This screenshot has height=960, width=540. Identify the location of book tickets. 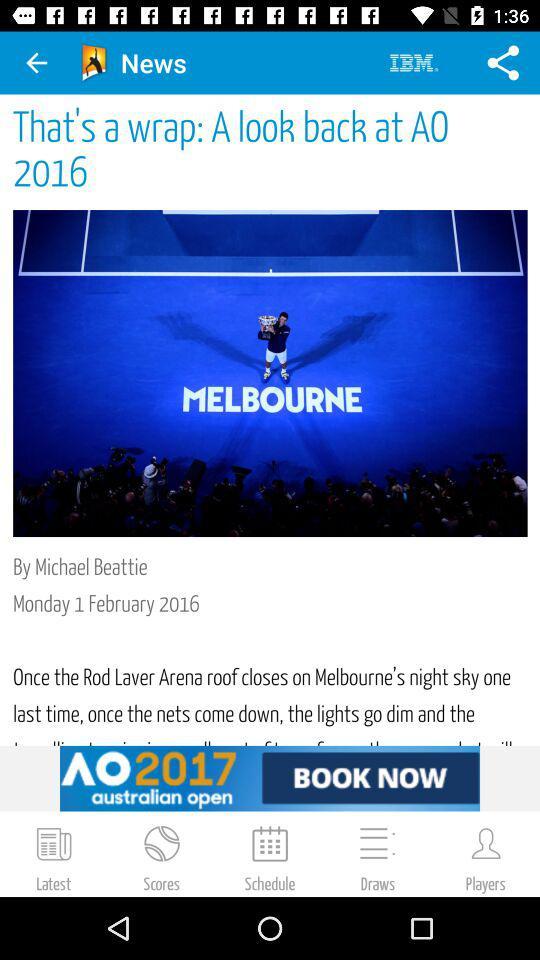
(270, 777).